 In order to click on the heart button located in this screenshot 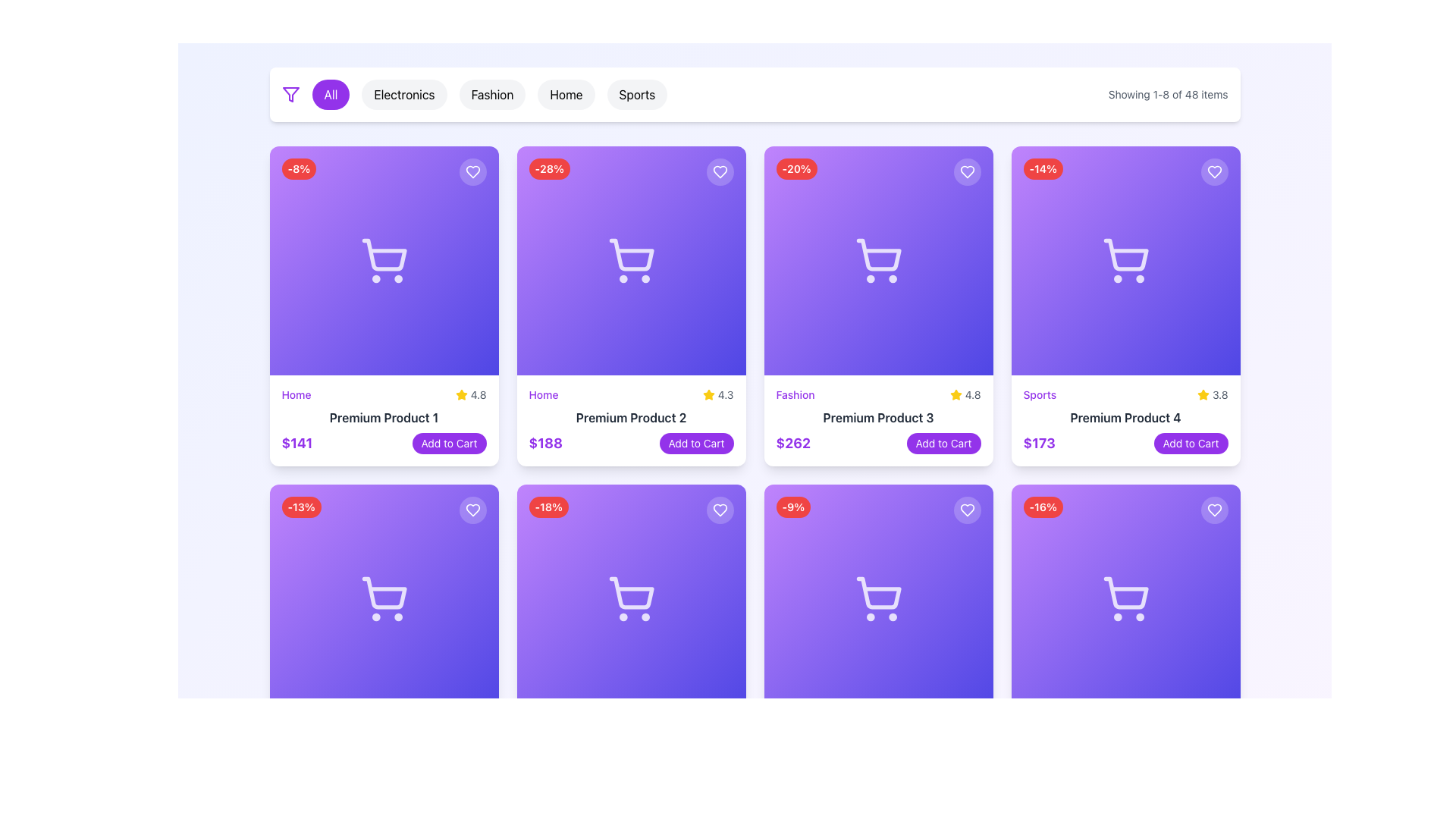, I will do `click(719, 171)`.